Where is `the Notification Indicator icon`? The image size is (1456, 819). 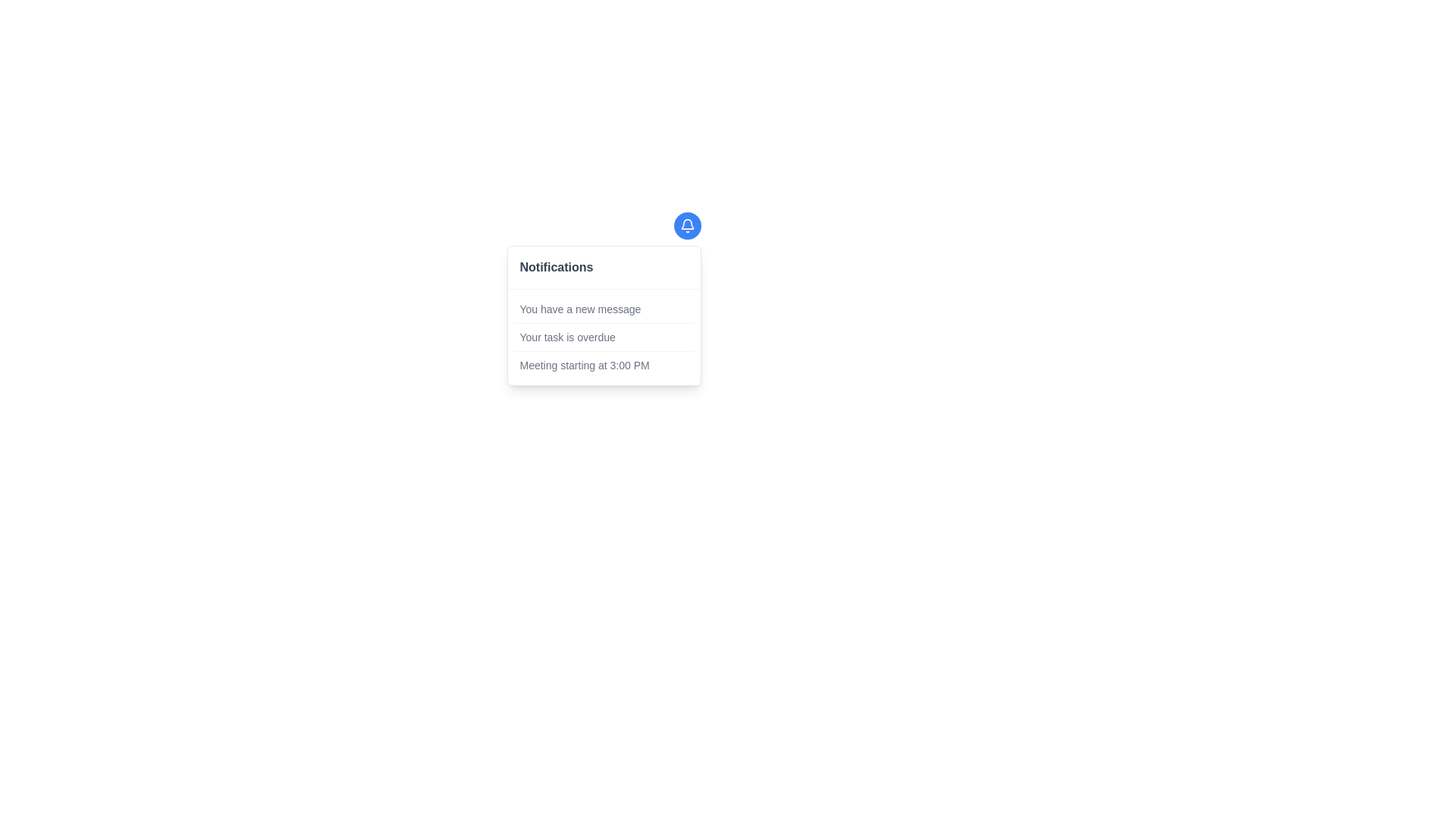
the Notification Indicator icon is located at coordinates (686, 225).